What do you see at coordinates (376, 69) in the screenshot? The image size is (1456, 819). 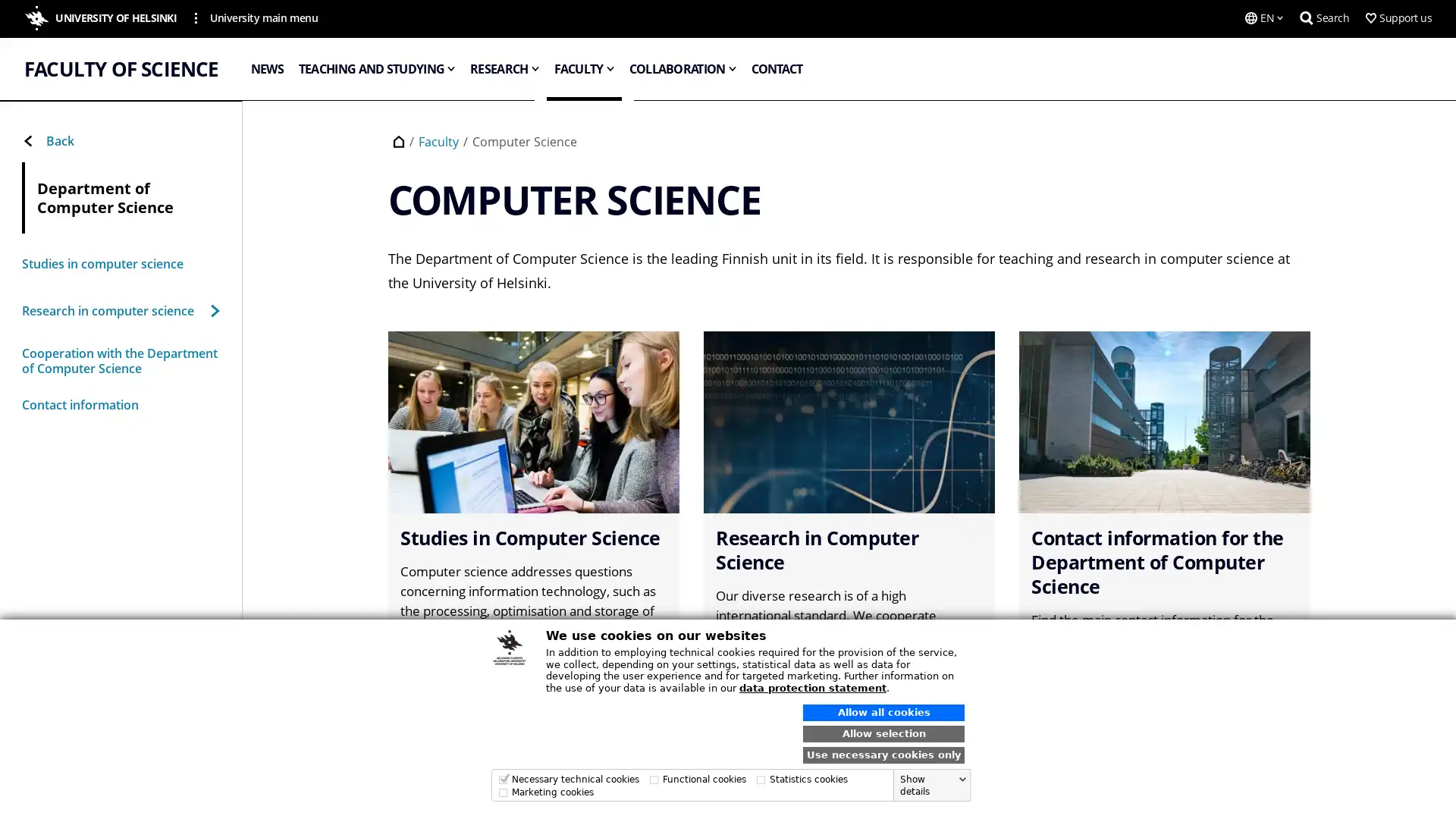 I see `TEACHING AND STUDYING` at bounding box center [376, 69].